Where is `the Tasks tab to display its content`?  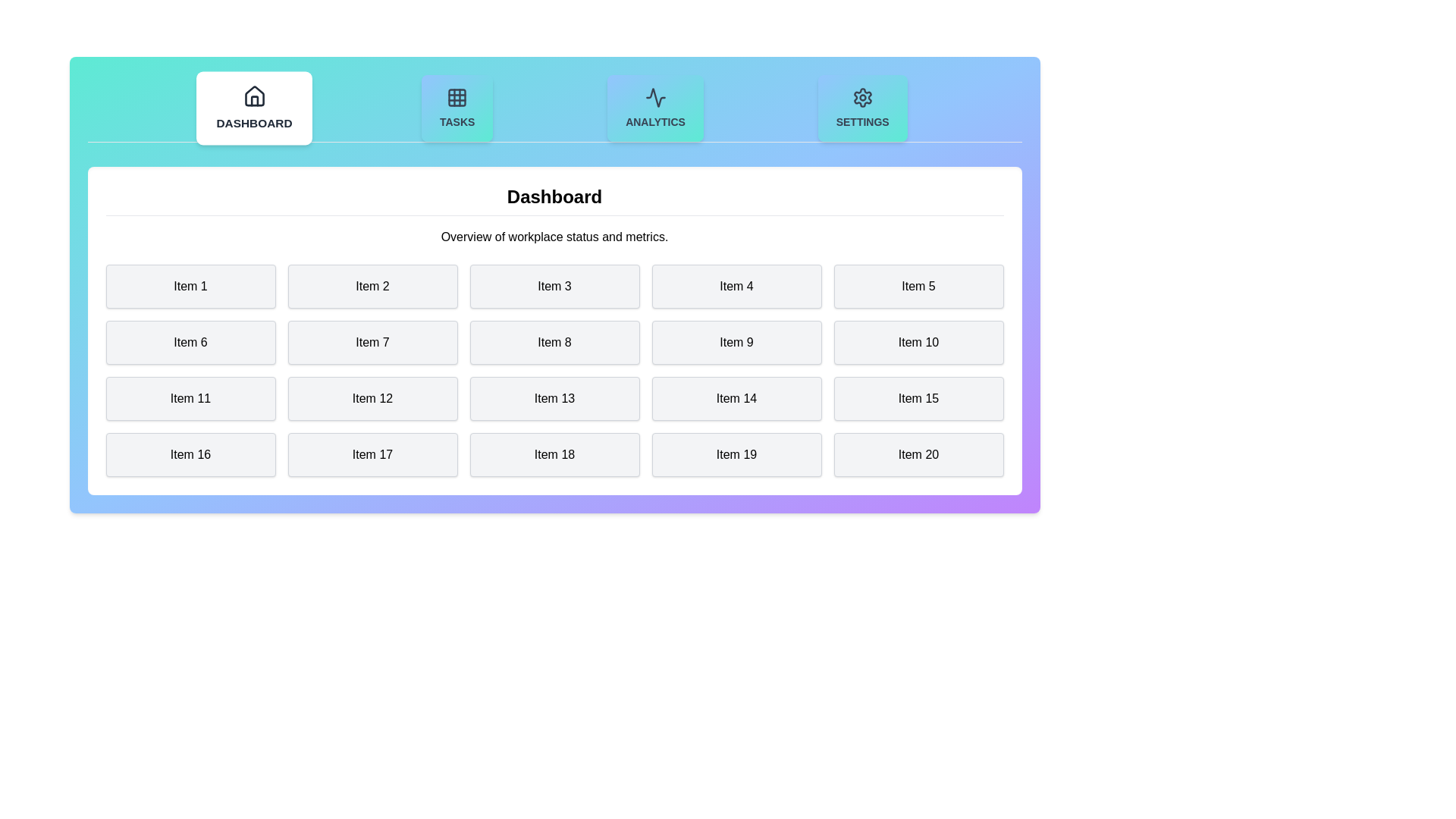
the Tasks tab to display its content is located at coordinates (457, 107).